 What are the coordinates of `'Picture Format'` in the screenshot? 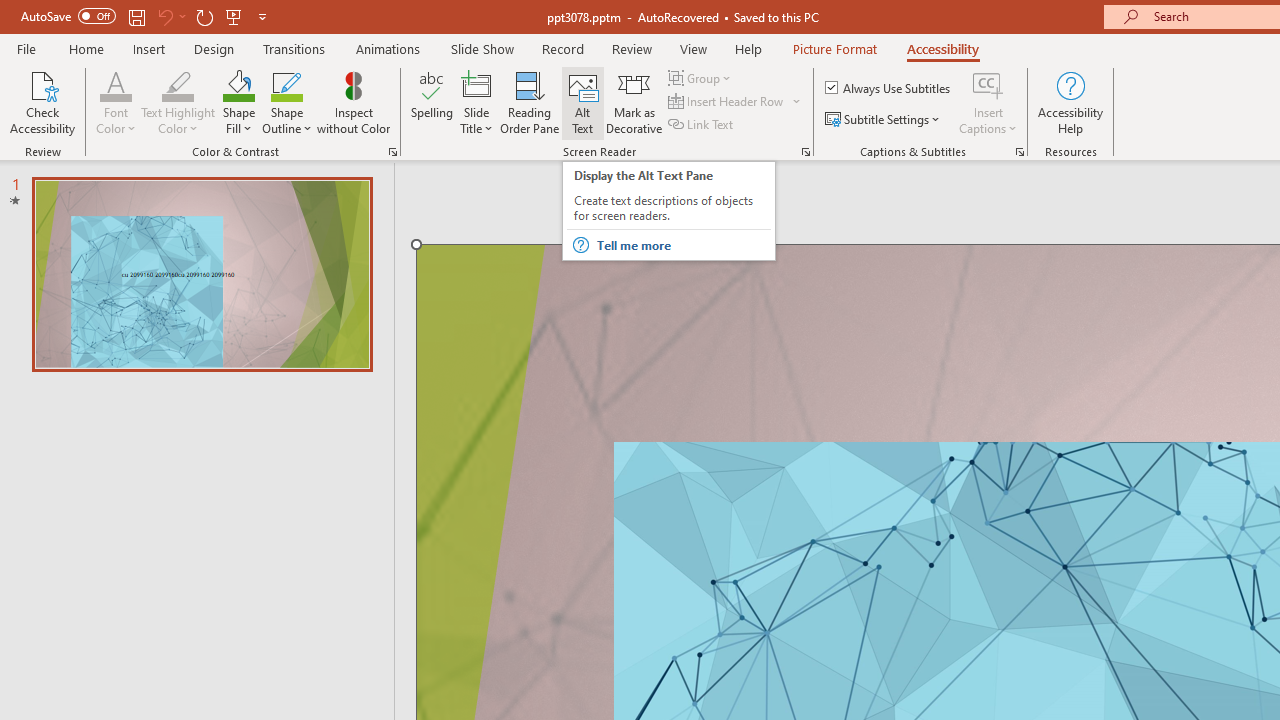 It's located at (835, 48).